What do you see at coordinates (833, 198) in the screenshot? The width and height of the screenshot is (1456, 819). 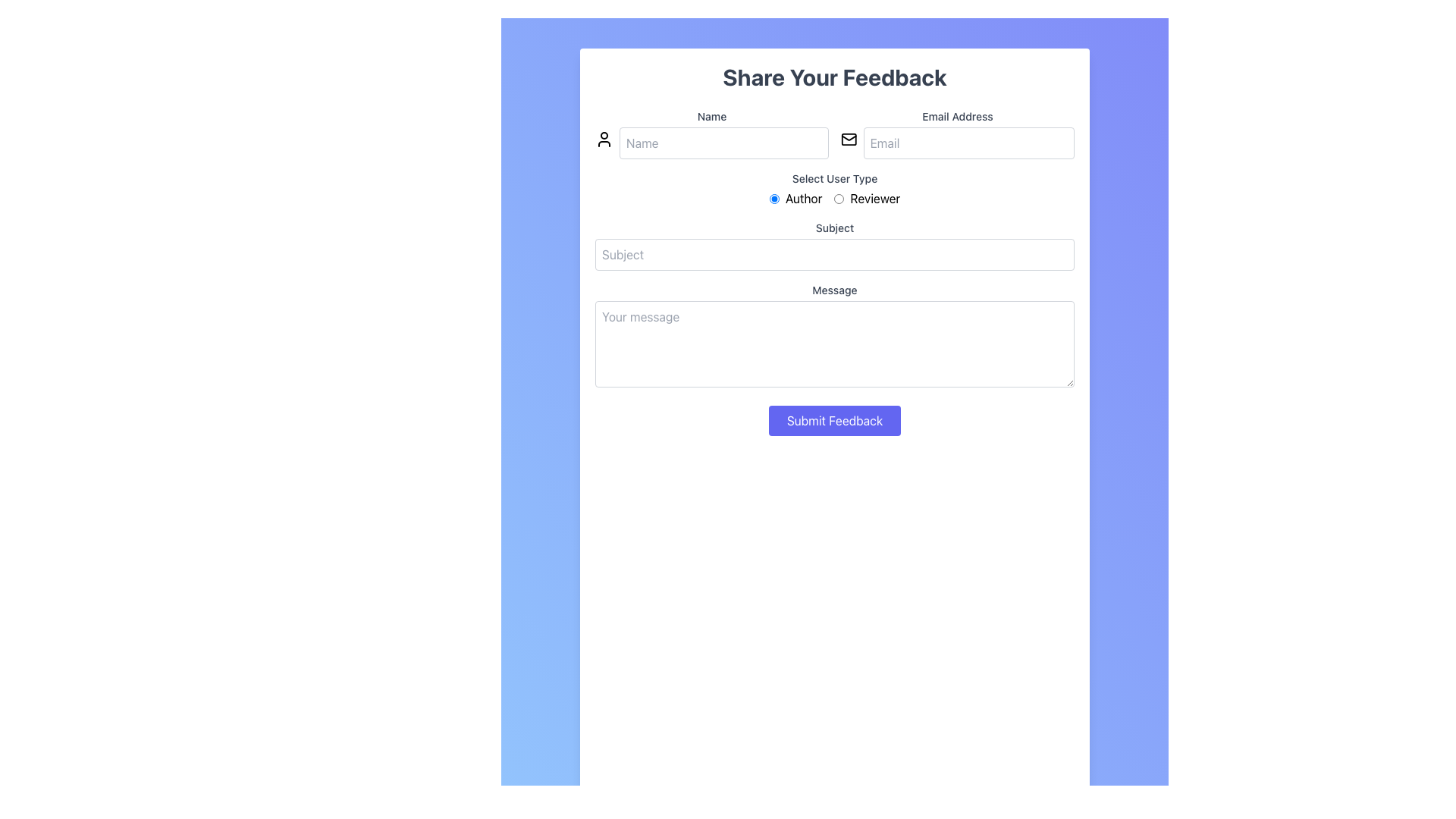 I see `the radio button in the 'Select User Type' section` at bounding box center [833, 198].